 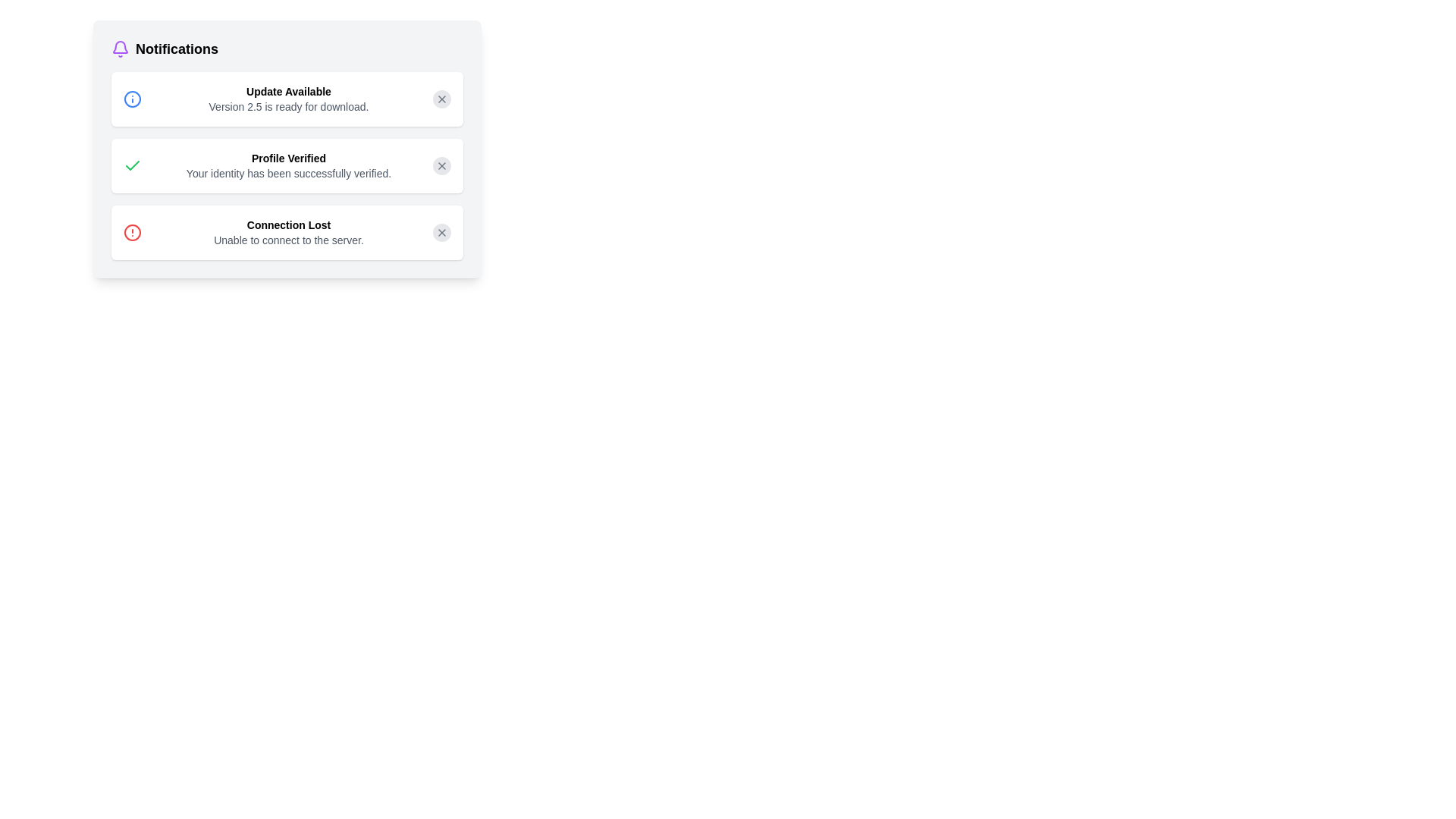 I want to click on the 'Notifications' title to interact with it, so click(x=287, y=49).